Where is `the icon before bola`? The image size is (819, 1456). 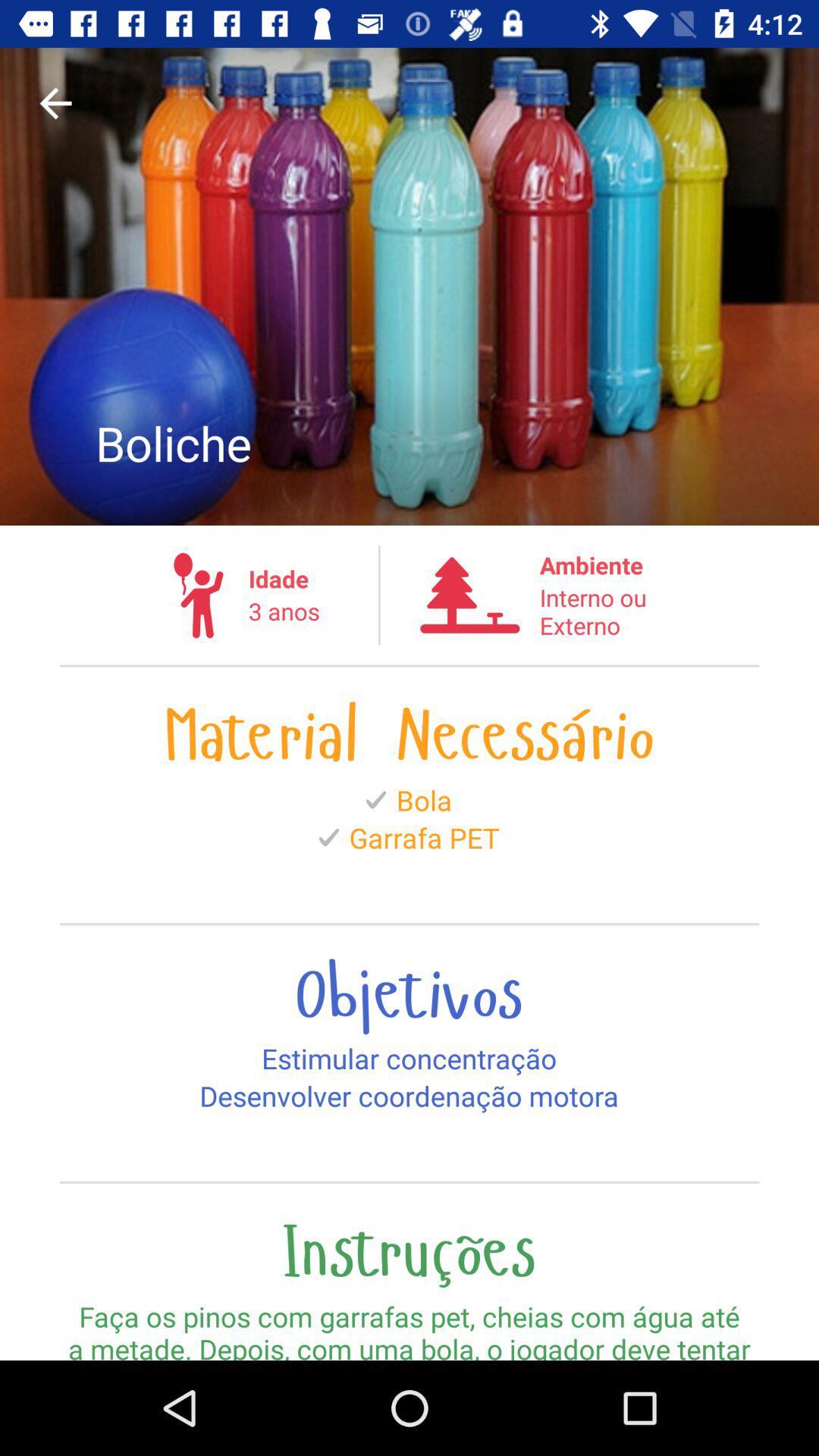
the icon before bola is located at coordinates (375, 799).